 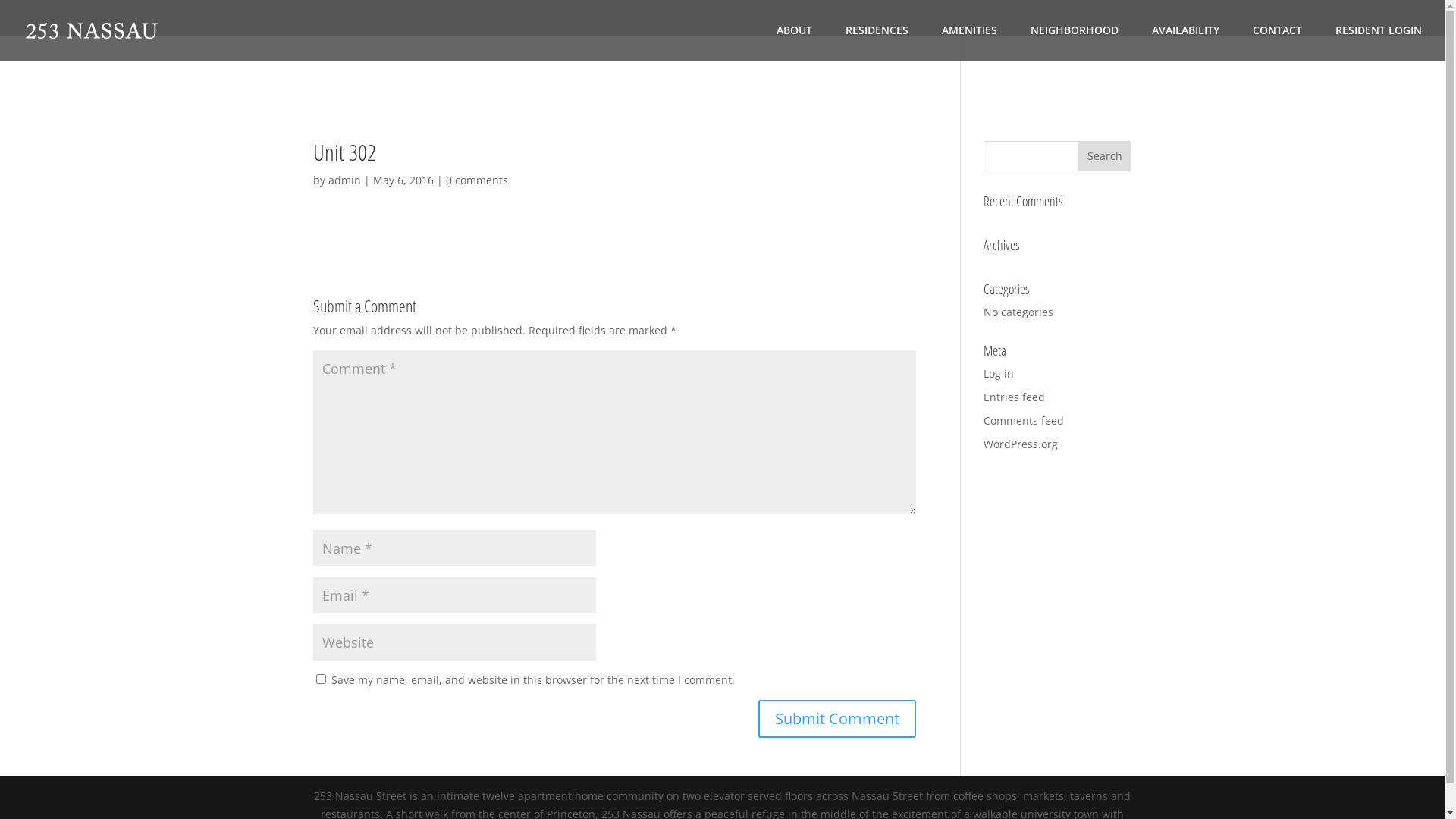 I want to click on 'RESIDENT LOGIN', so click(x=1379, y=42).